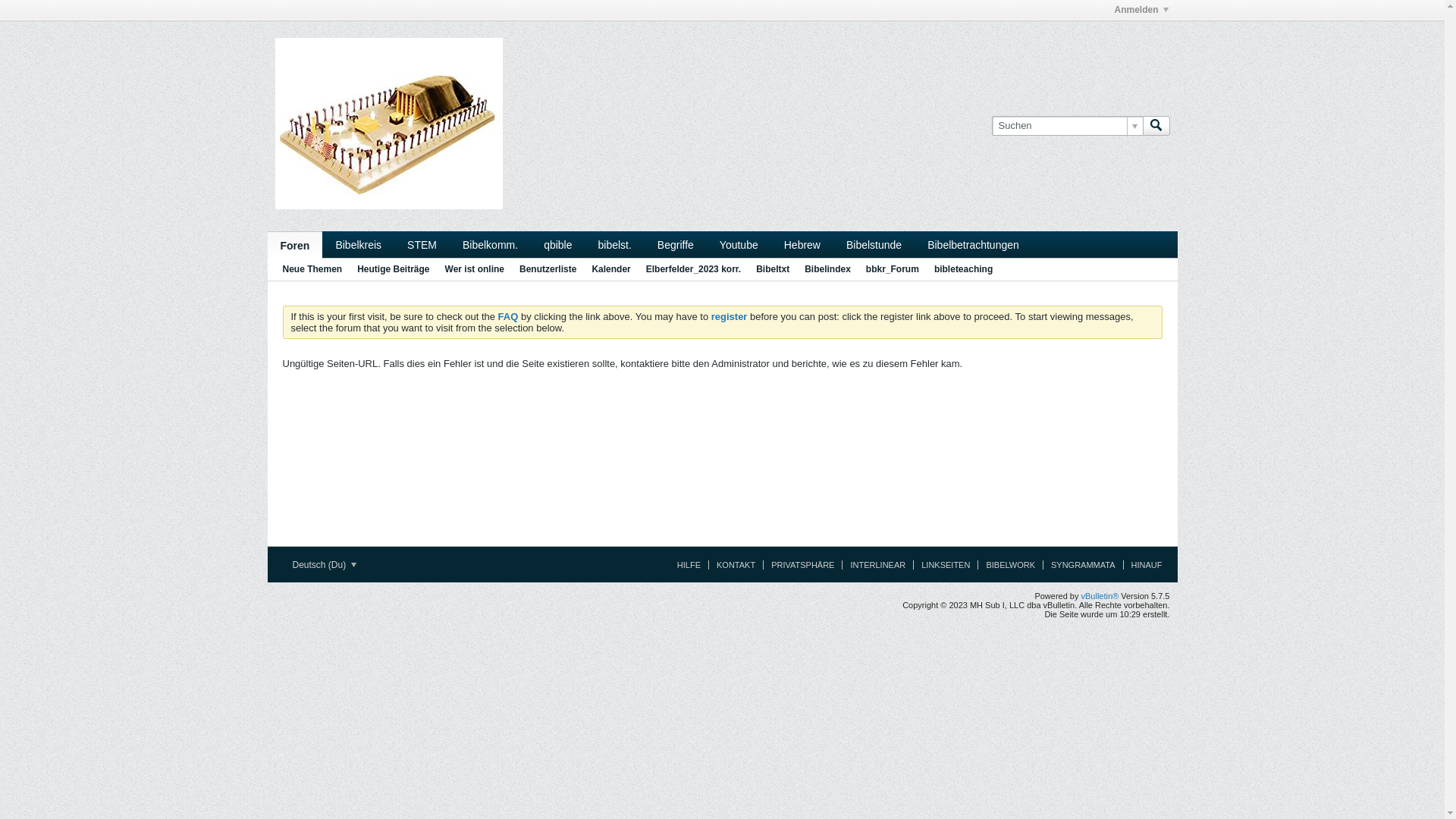  Describe the element at coordinates (1006, 564) in the screenshot. I see `'BIBELWORK'` at that location.